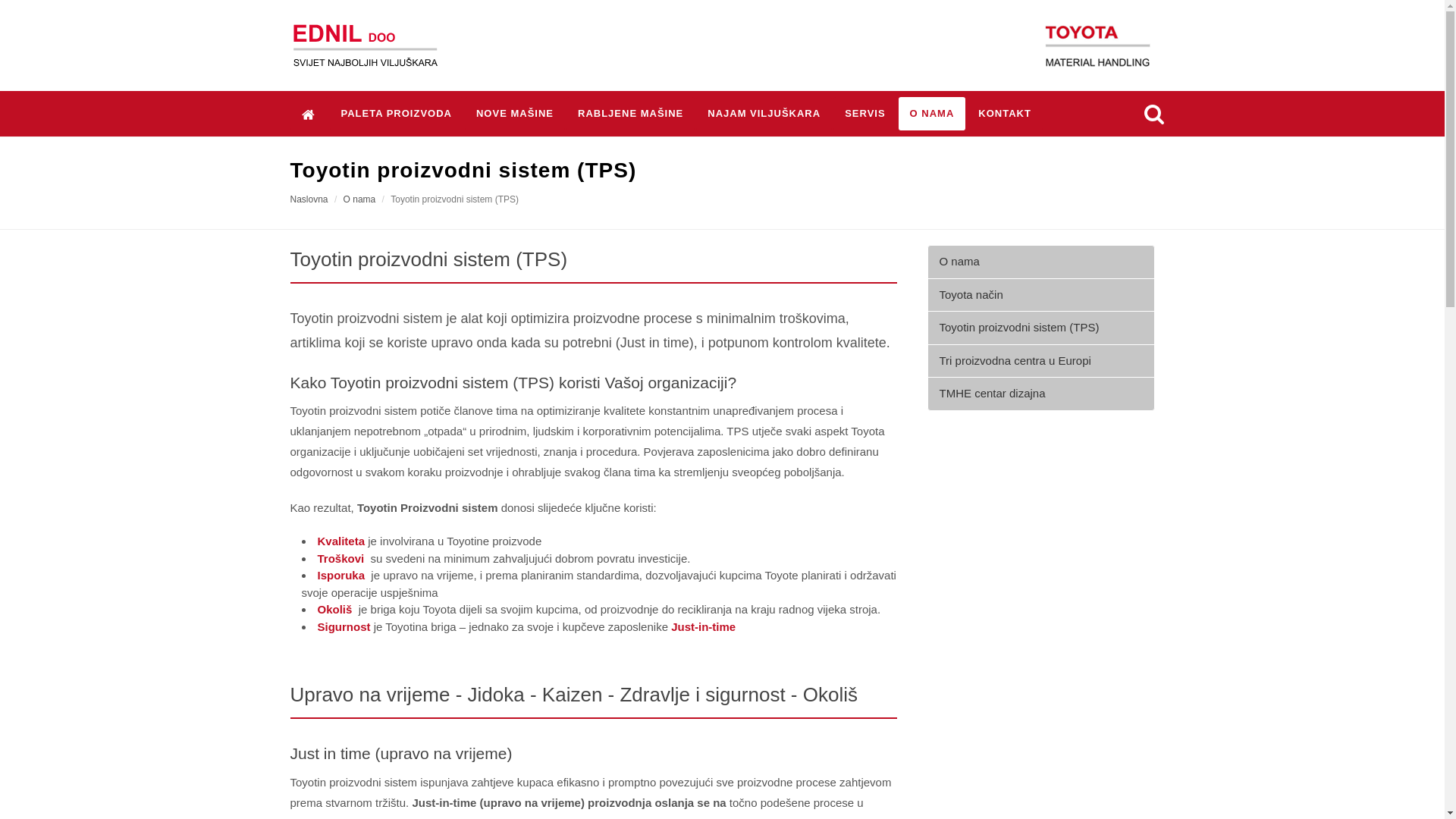 This screenshot has height=819, width=1456. What do you see at coordinates (340, 540) in the screenshot?
I see `'Kvaliteta'` at bounding box center [340, 540].